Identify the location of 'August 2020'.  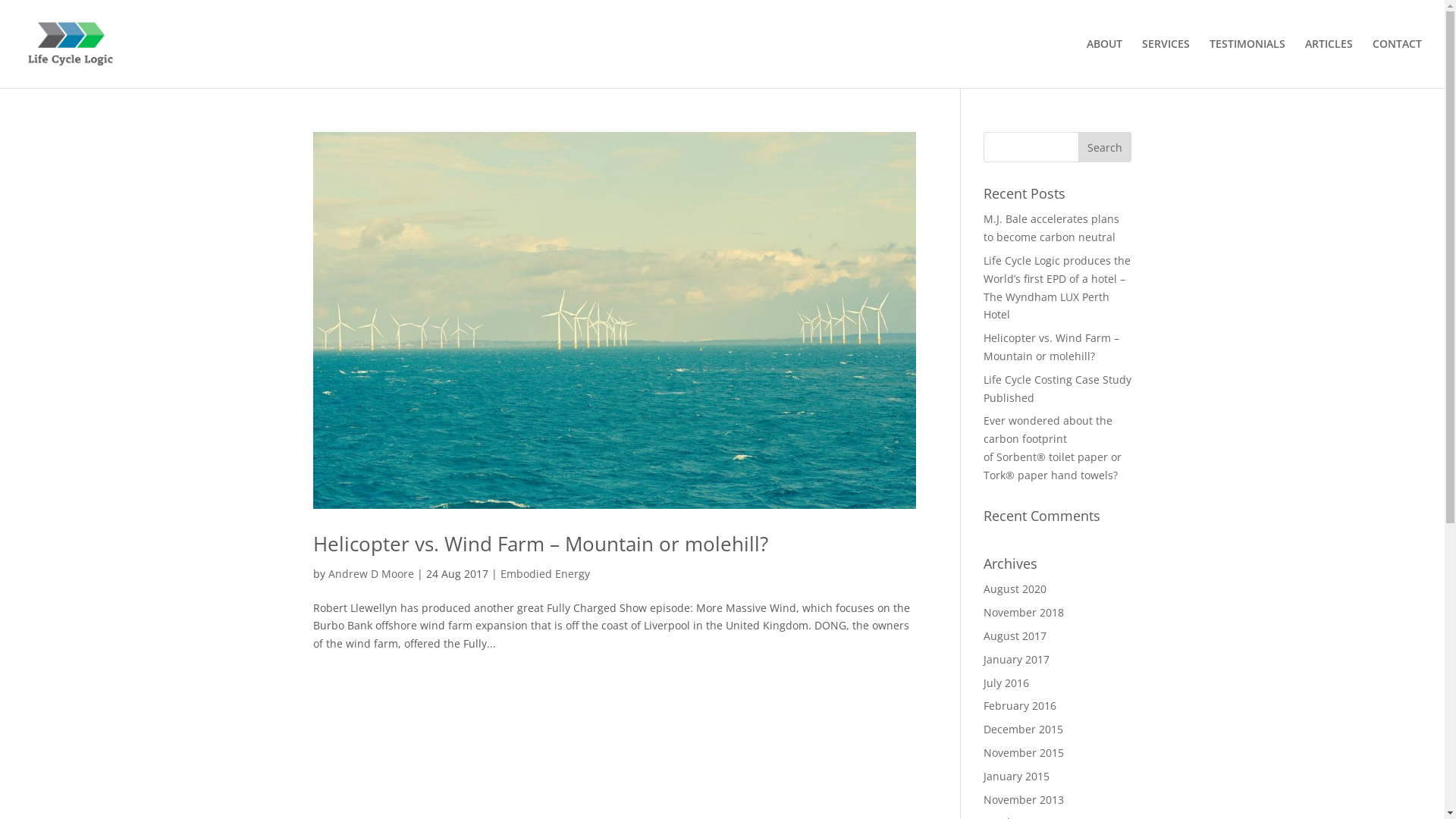
(1015, 588).